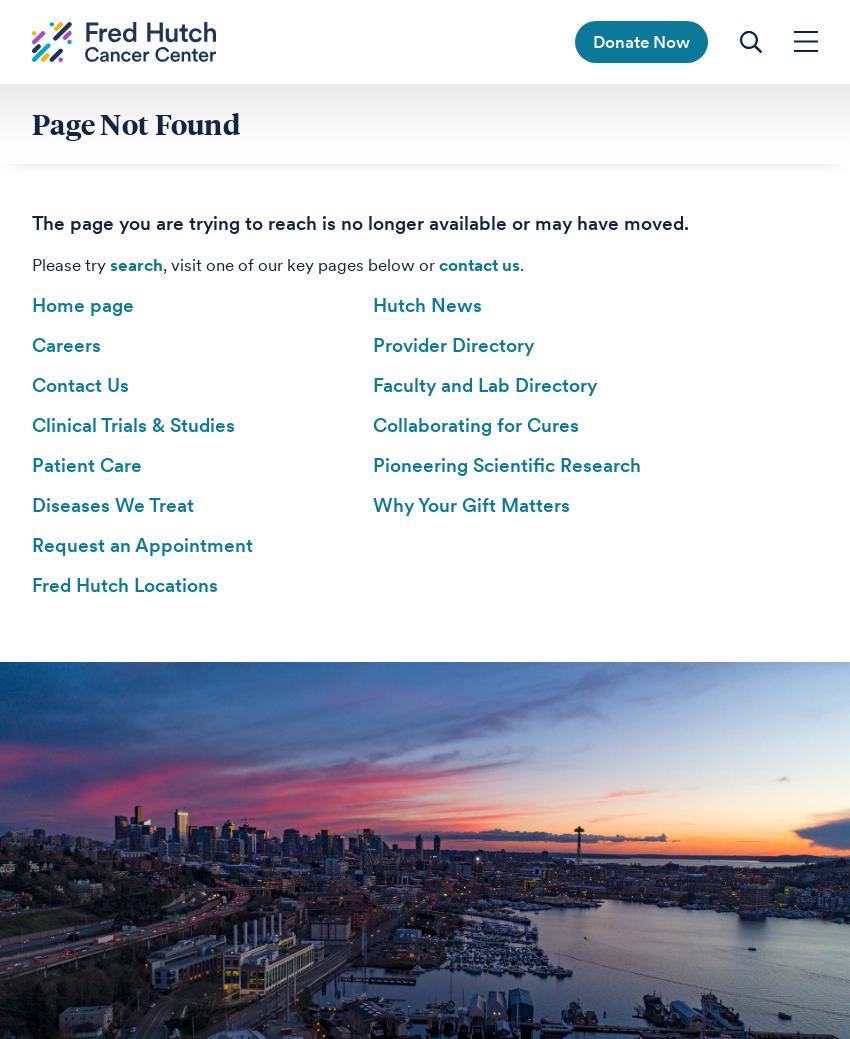 This screenshot has width=850, height=1039. Describe the element at coordinates (70, 265) in the screenshot. I see `'Please try'` at that location.